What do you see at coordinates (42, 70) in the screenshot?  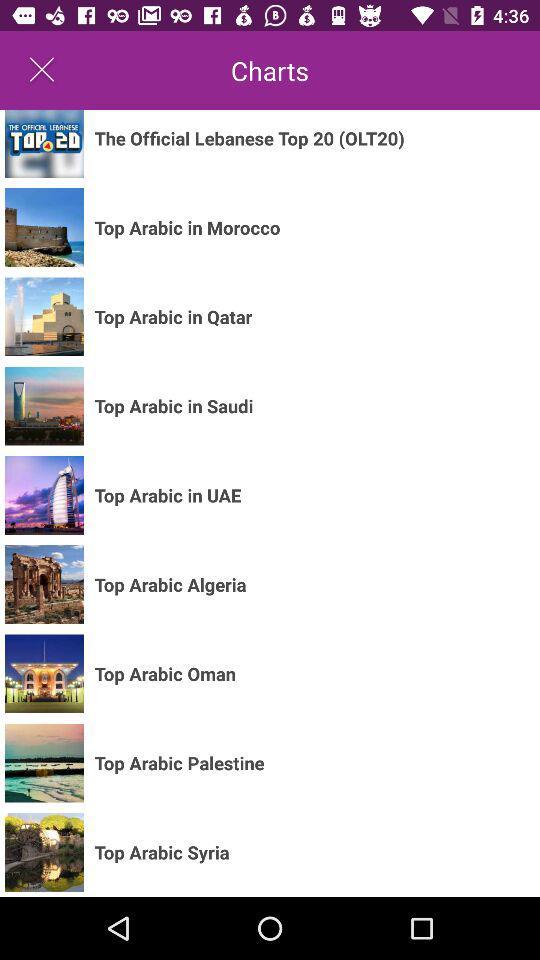 I see `exit page` at bounding box center [42, 70].